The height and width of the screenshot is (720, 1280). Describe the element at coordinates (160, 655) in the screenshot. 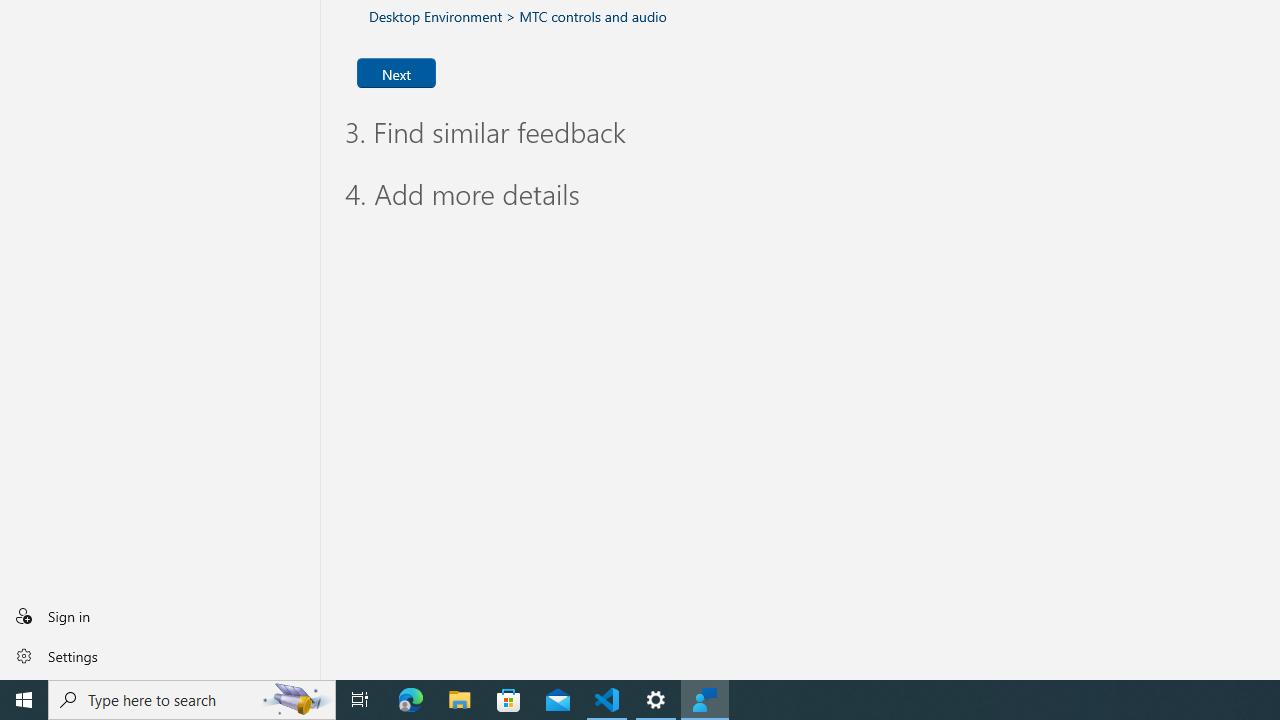

I see `'Settings'` at that location.